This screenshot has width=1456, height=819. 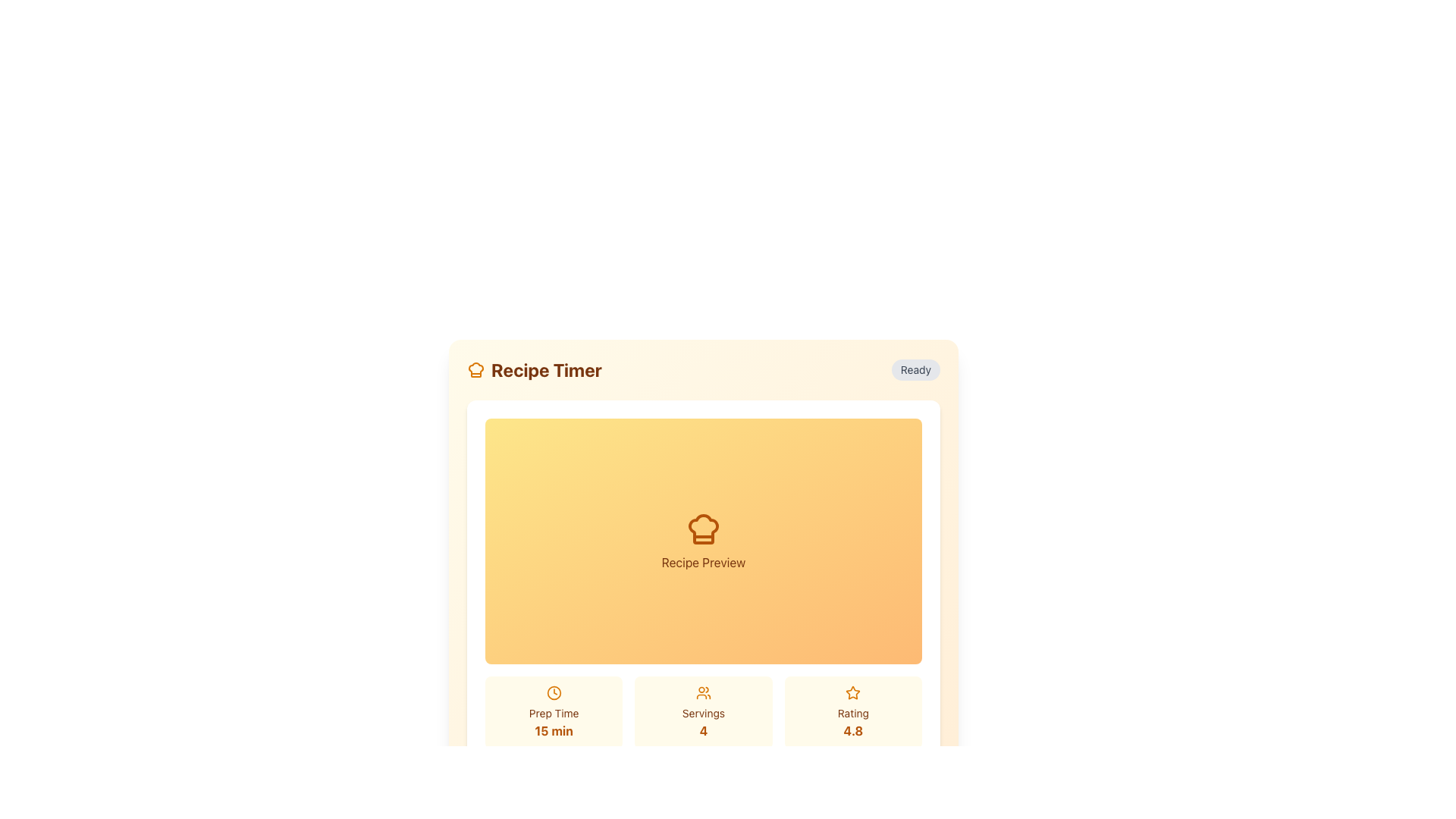 I want to click on the stylistic rating icon located centrally within the 'Rating 4.8' section, which is positioned above the numeric value 4.8 and the text 'Rating', so click(x=853, y=693).